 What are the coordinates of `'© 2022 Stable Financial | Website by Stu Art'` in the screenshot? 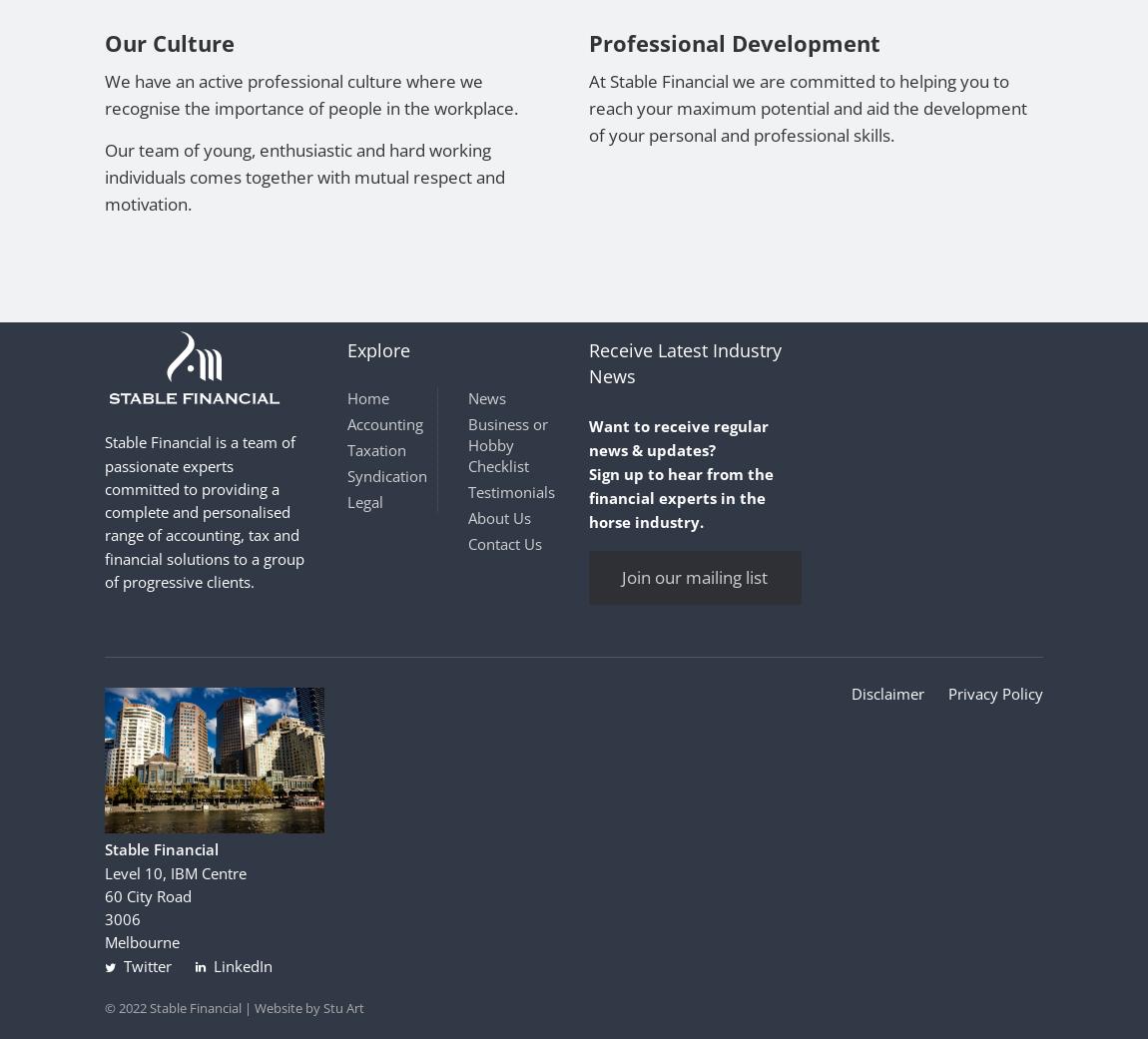 It's located at (233, 1007).